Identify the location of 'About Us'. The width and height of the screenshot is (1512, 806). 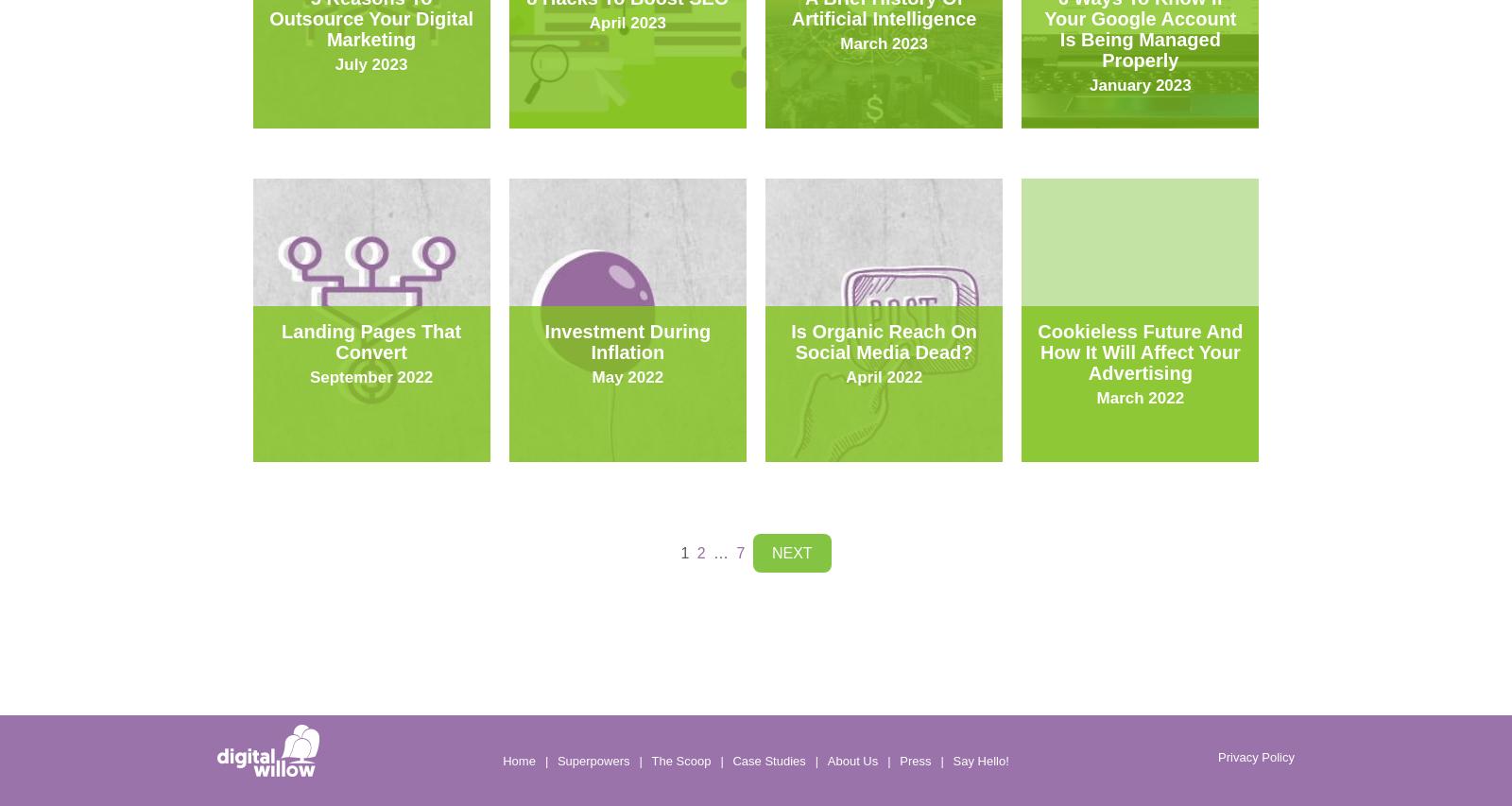
(850, 759).